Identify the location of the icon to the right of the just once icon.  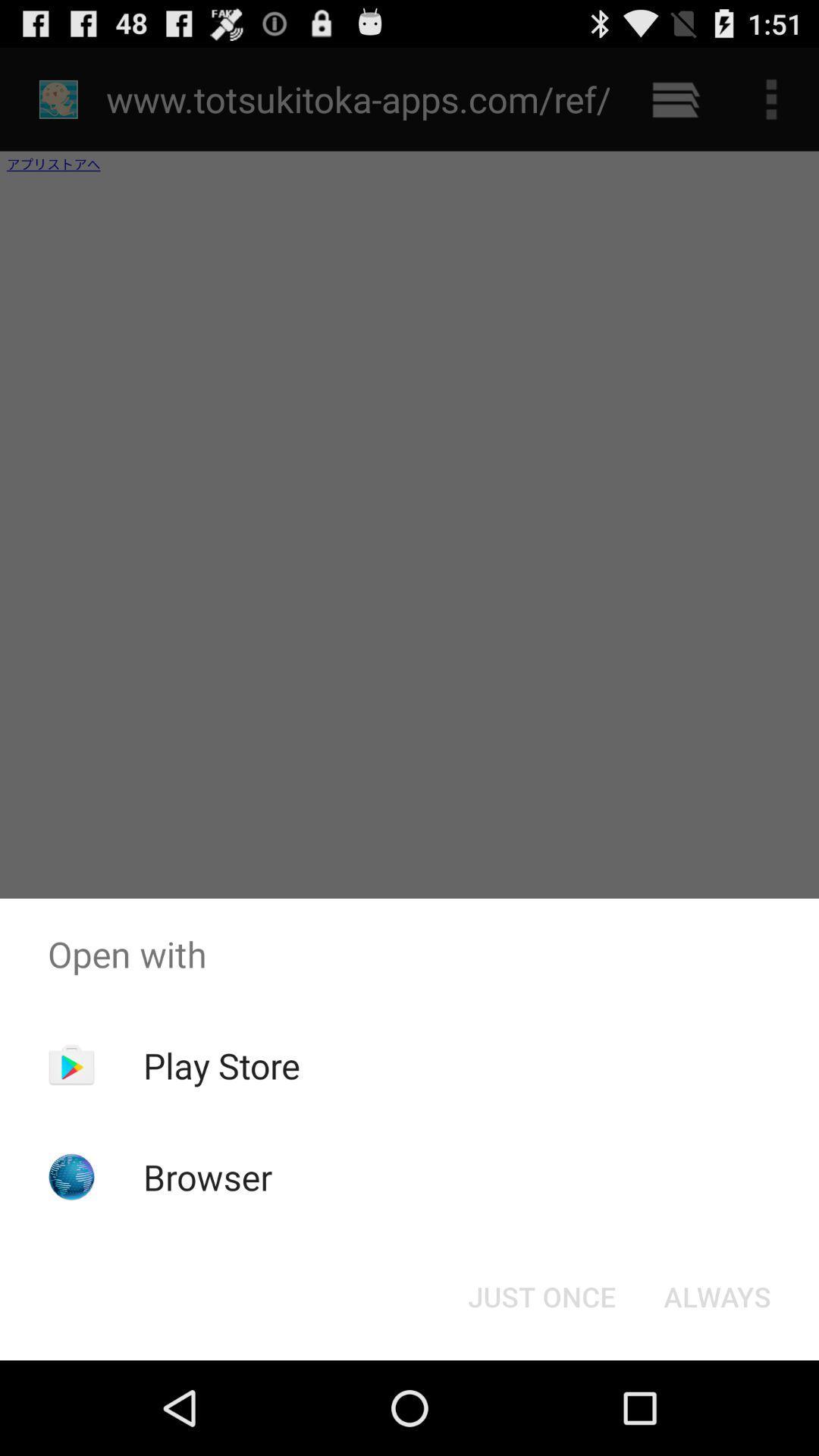
(717, 1295).